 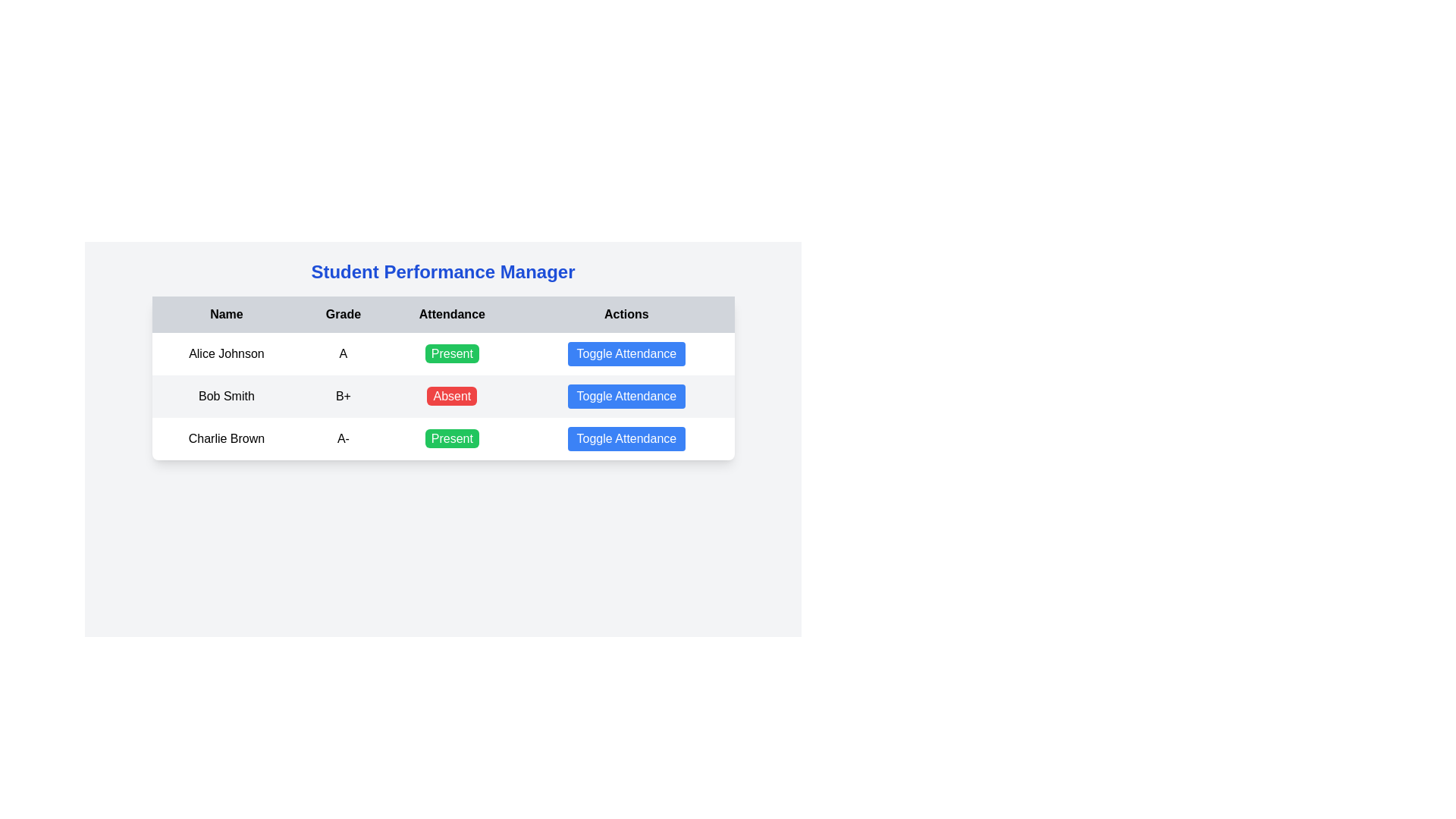 What do you see at coordinates (442, 377) in the screenshot?
I see `the attendance status display for student 'Bob Smith', which shows 'Absent', located in the second row of the table under the 'Attendance' column` at bounding box center [442, 377].